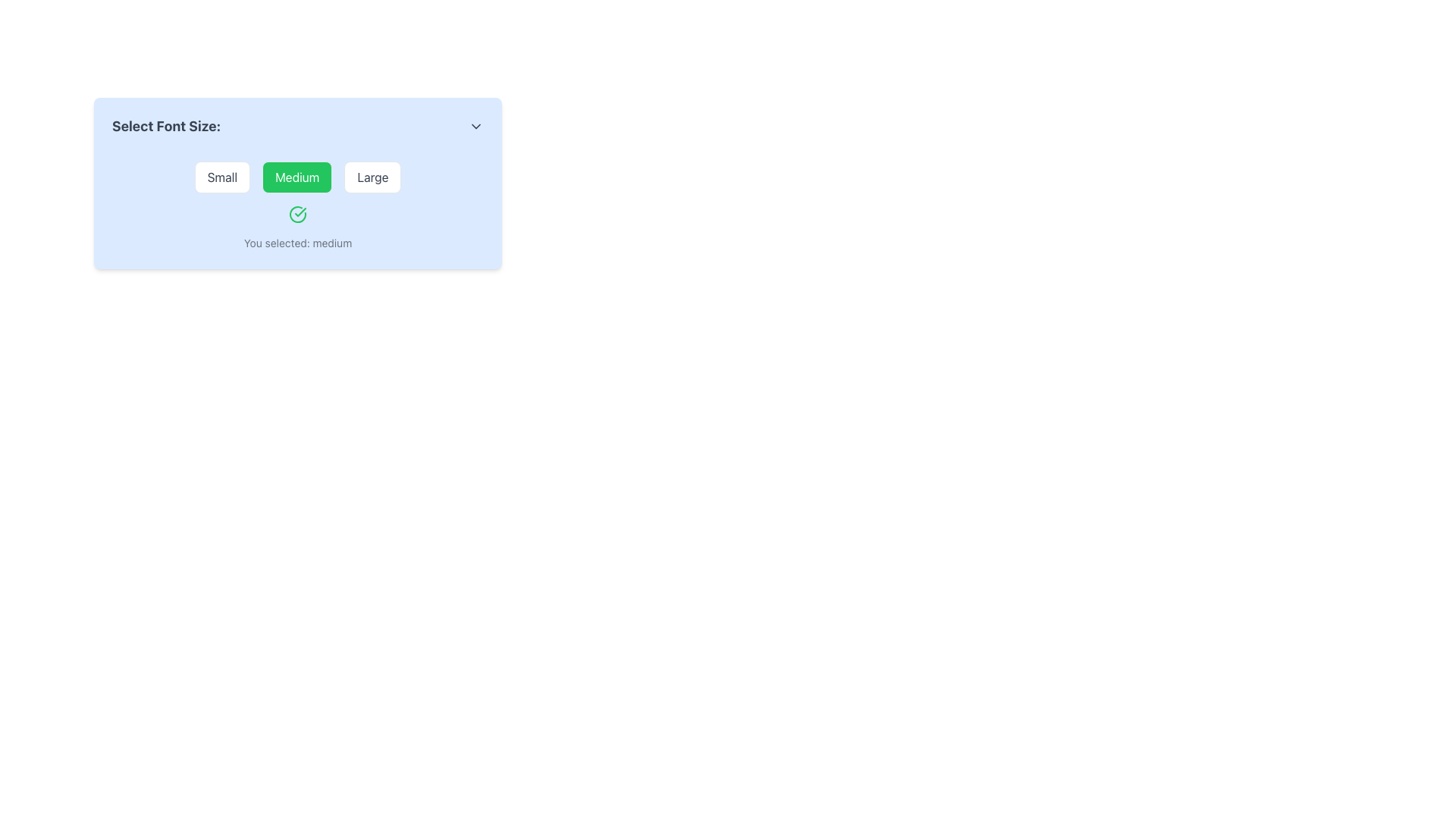 The image size is (1456, 819). What do you see at coordinates (475, 125) in the screenshot?
I see `the chevron-down icon located at the upper-right corner of the 'Select Font Size:' header` at bounding box center [475, 125].